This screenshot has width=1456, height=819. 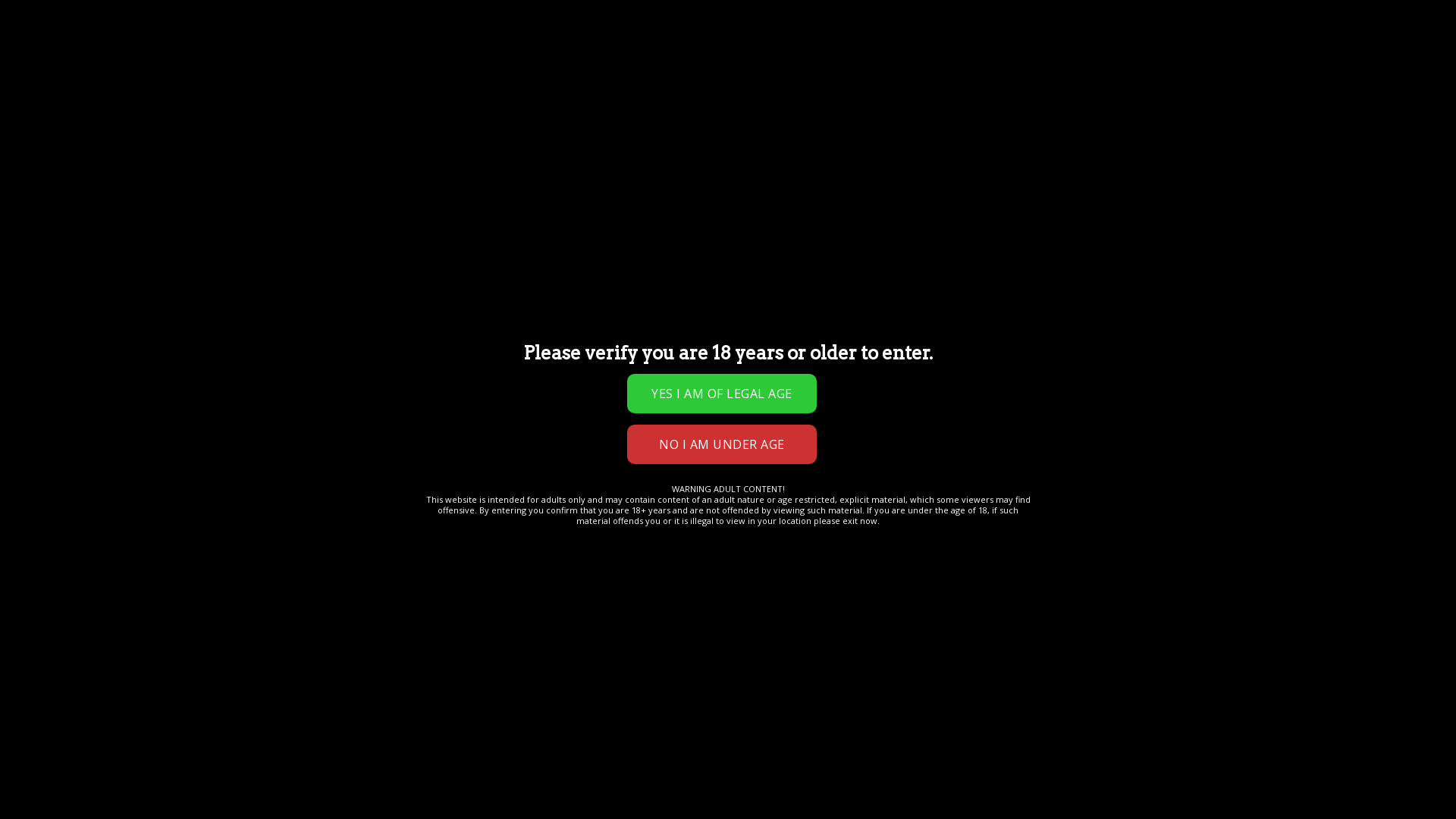 I want to click on 'CONTACT US', so click(x=85, y=84).